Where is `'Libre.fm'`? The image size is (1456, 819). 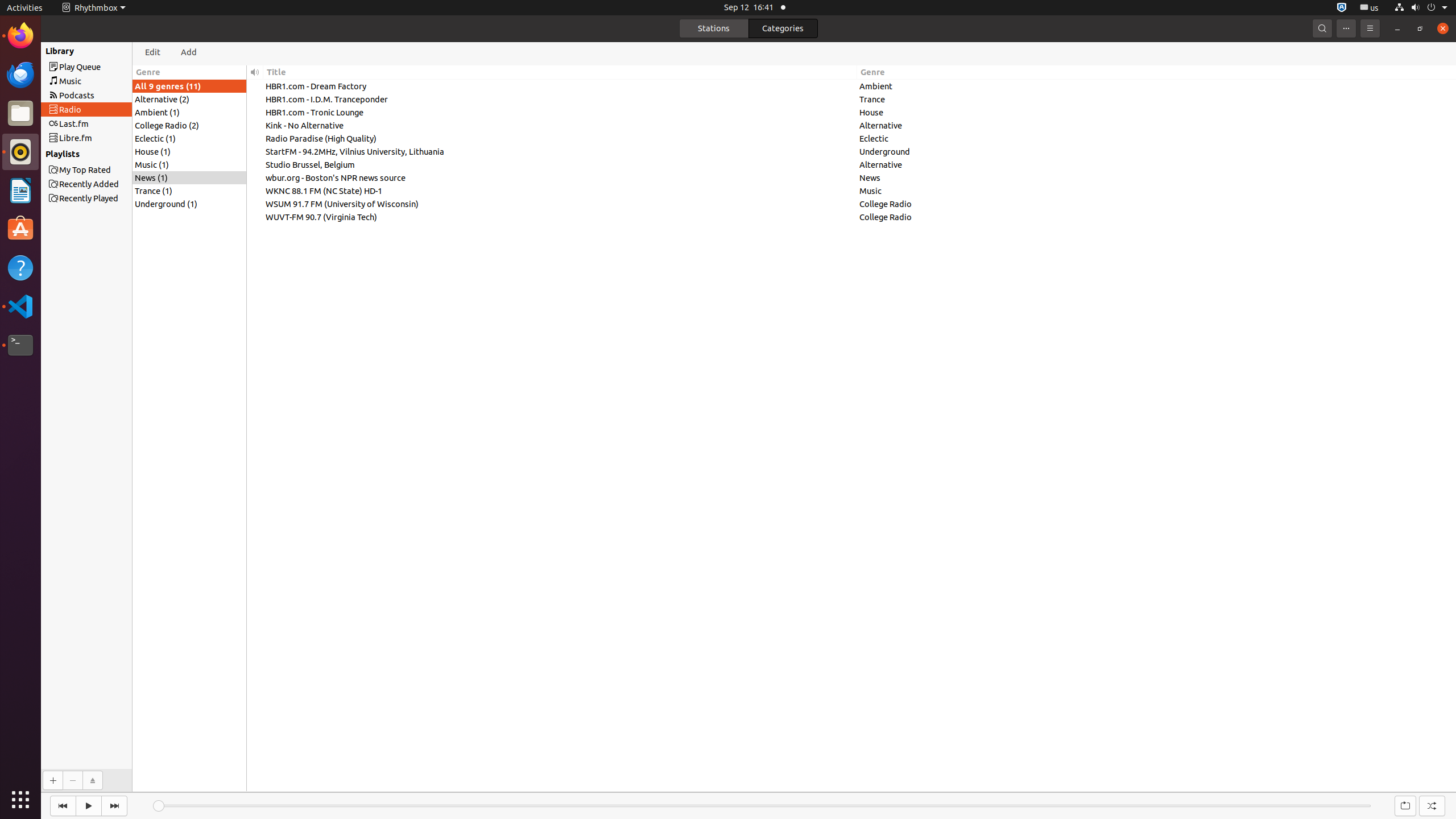 'Libre.fm' is located at coordinates (106, 137).